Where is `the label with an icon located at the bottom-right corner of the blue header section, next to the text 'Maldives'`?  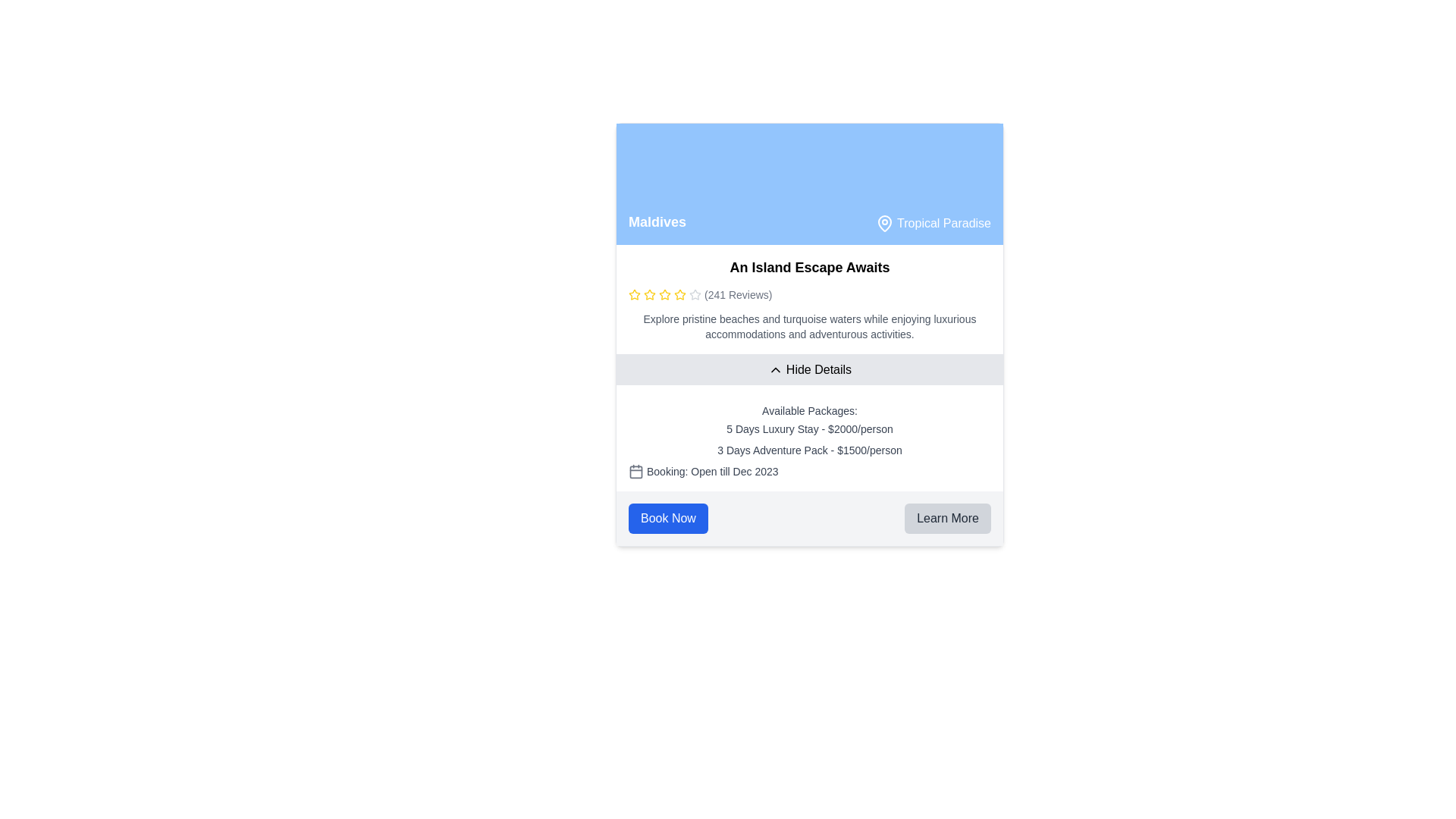
the label with an icon located at the bottom-right corner of the blue header section, next to the text 'Maldives' is located at coordinates (933, 223).